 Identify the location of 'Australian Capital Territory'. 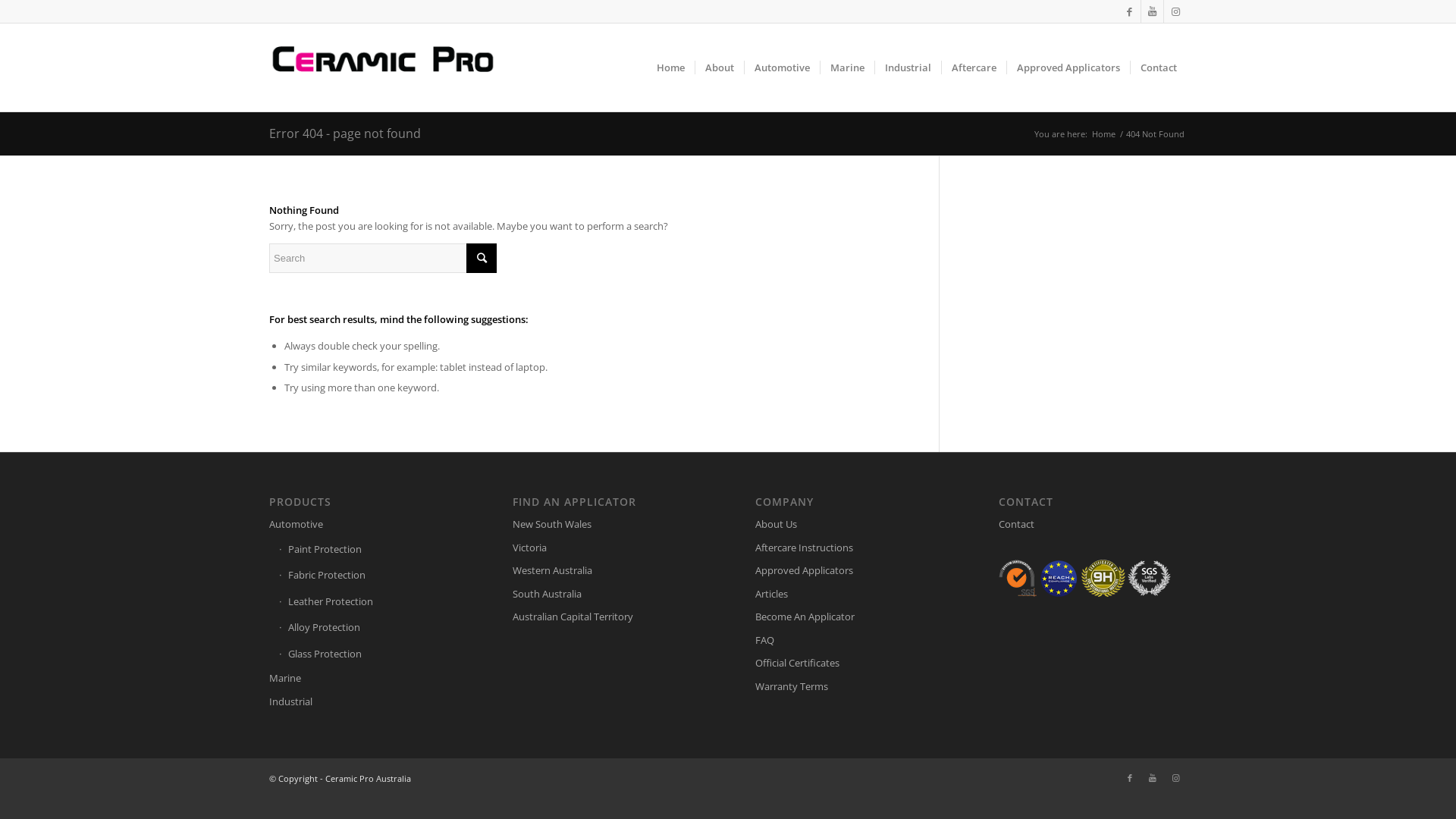
(513, 617).